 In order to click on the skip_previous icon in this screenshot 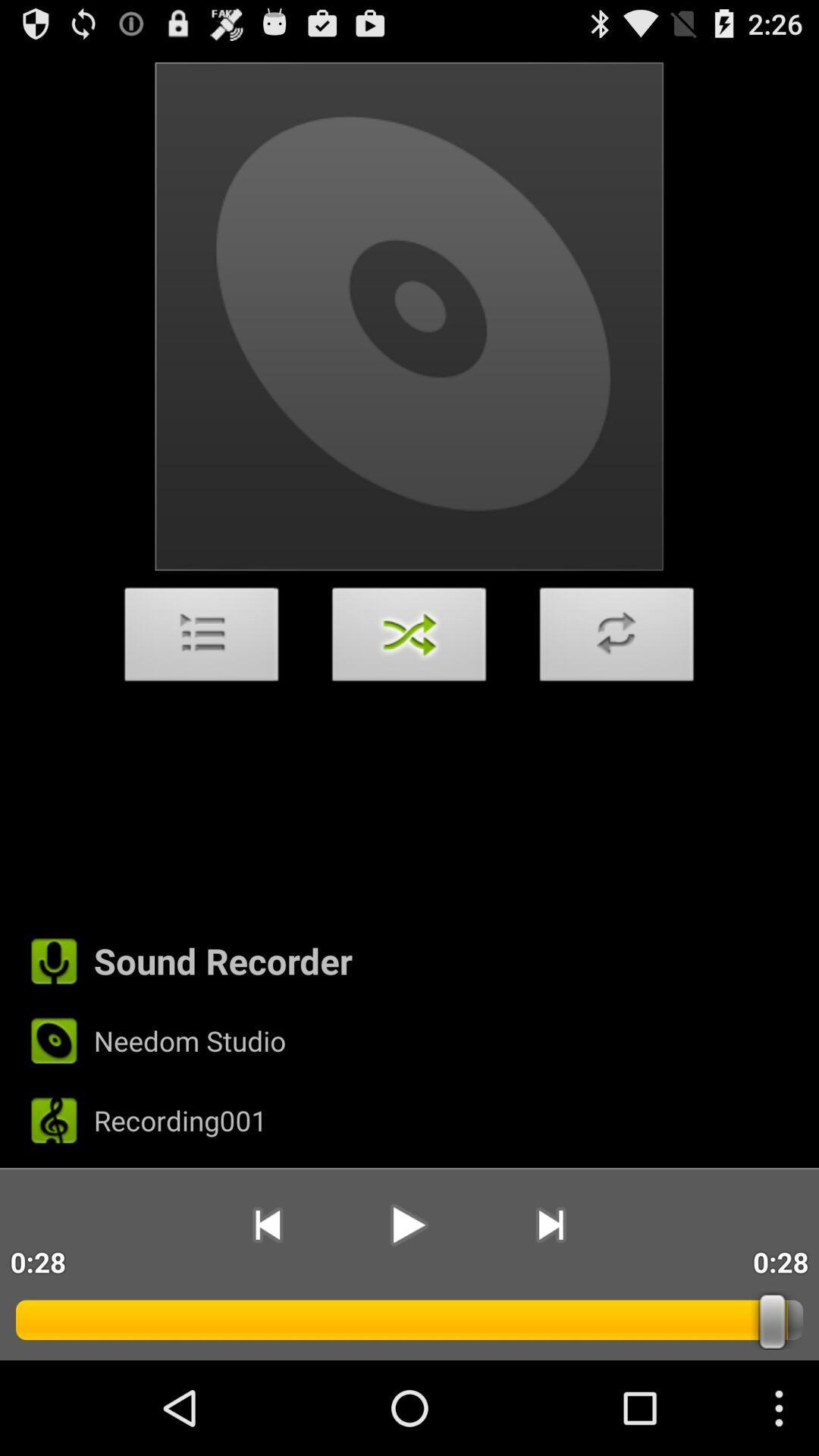, I will do `click(266, 1310)`.